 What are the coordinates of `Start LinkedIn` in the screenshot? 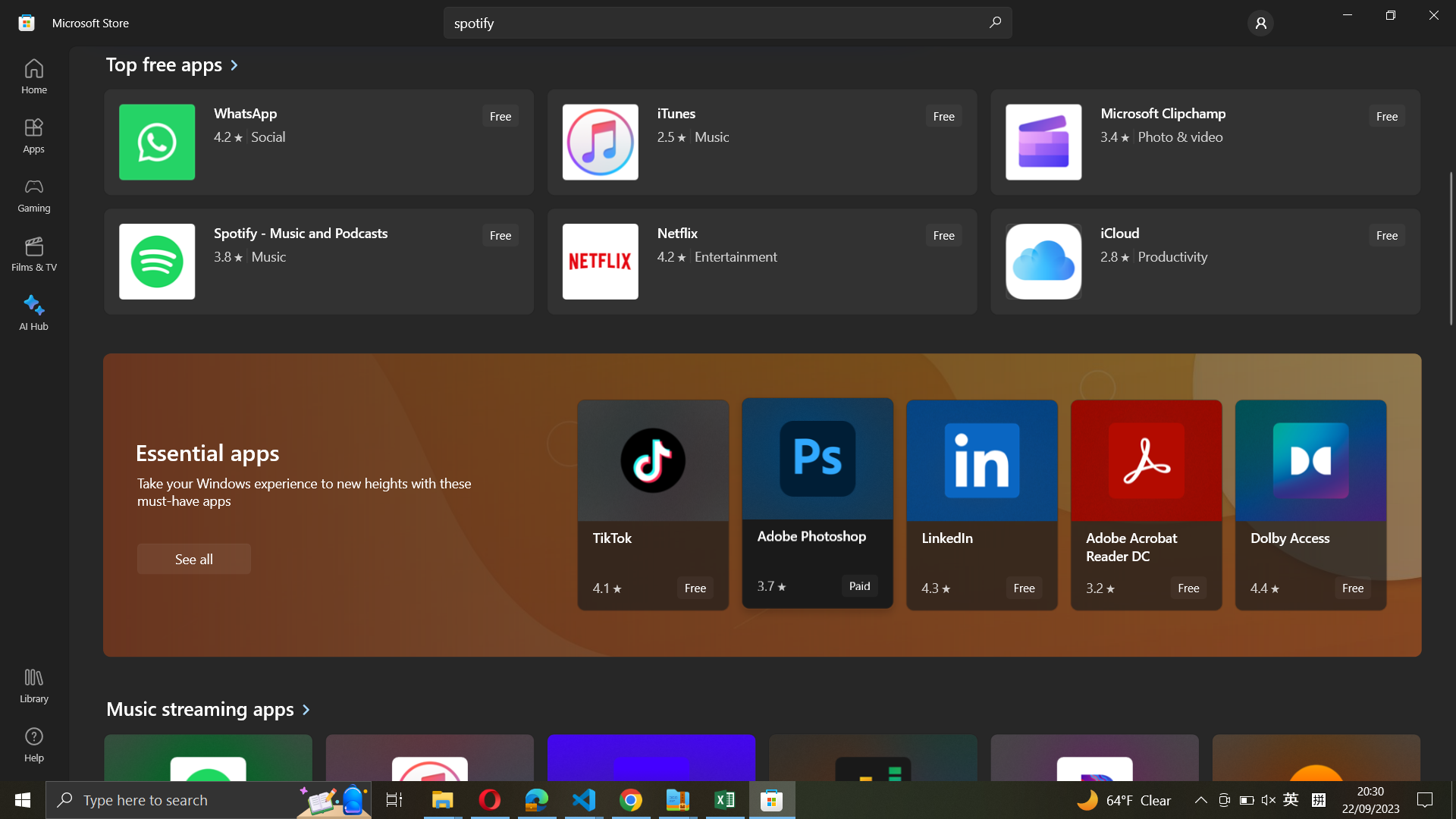 It's located at (982, 506).